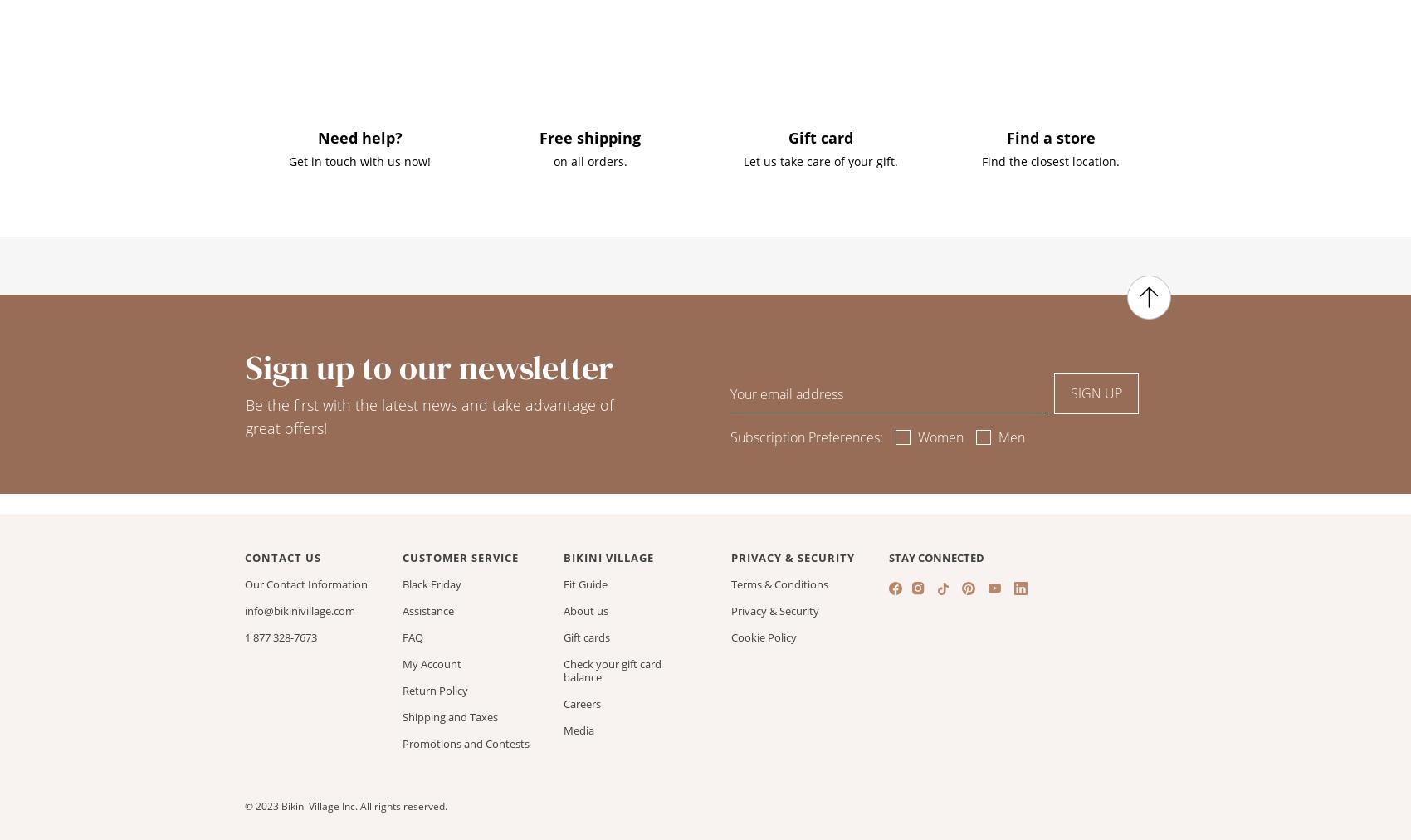  Describe the element at coordinates (806, 437) in the screenshot. I see `'Subscription Preferences:'` at that location.